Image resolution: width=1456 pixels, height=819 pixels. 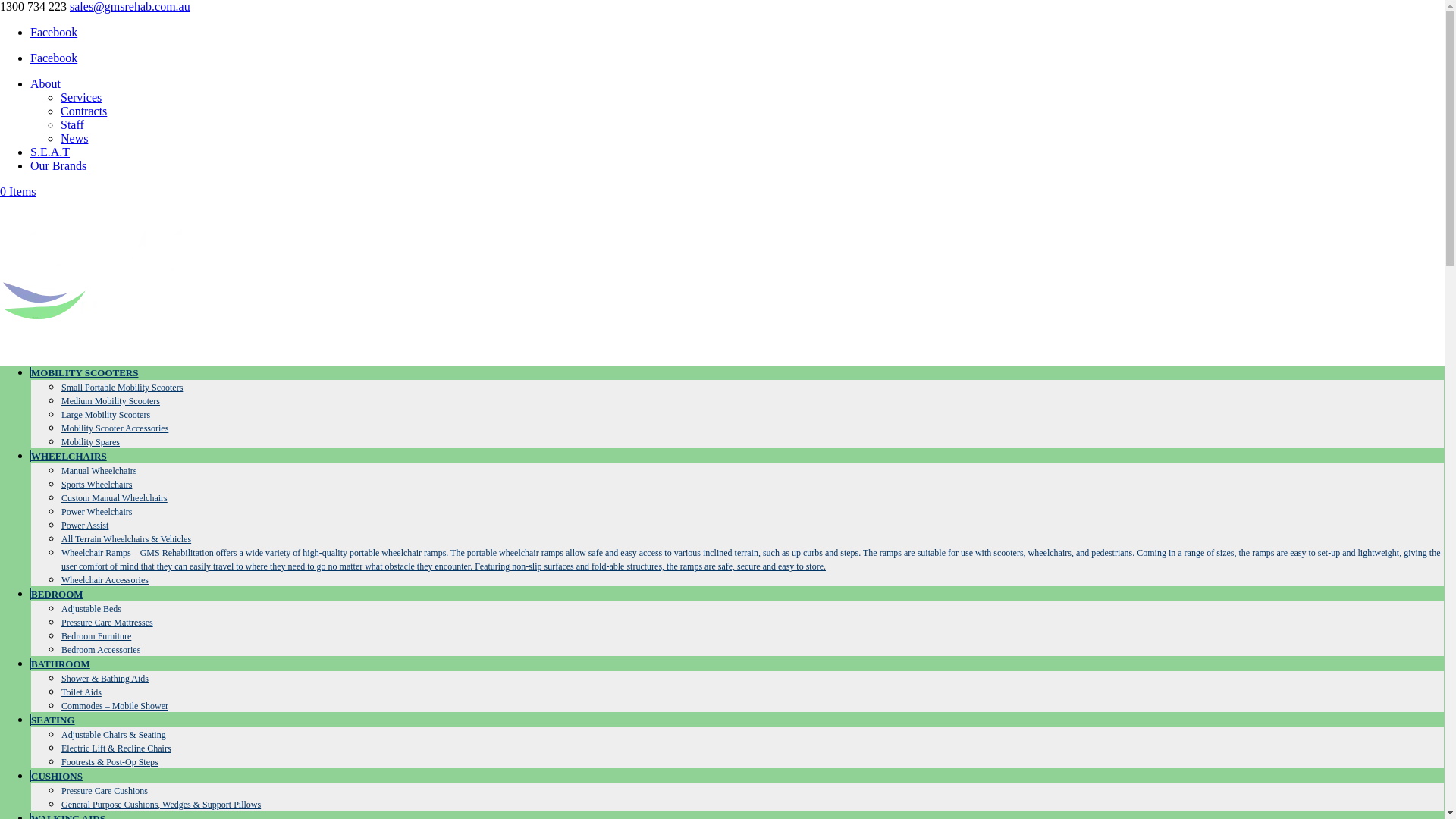 I want to click on 'WHEELCHAIRS', so click(x=30, y=455).